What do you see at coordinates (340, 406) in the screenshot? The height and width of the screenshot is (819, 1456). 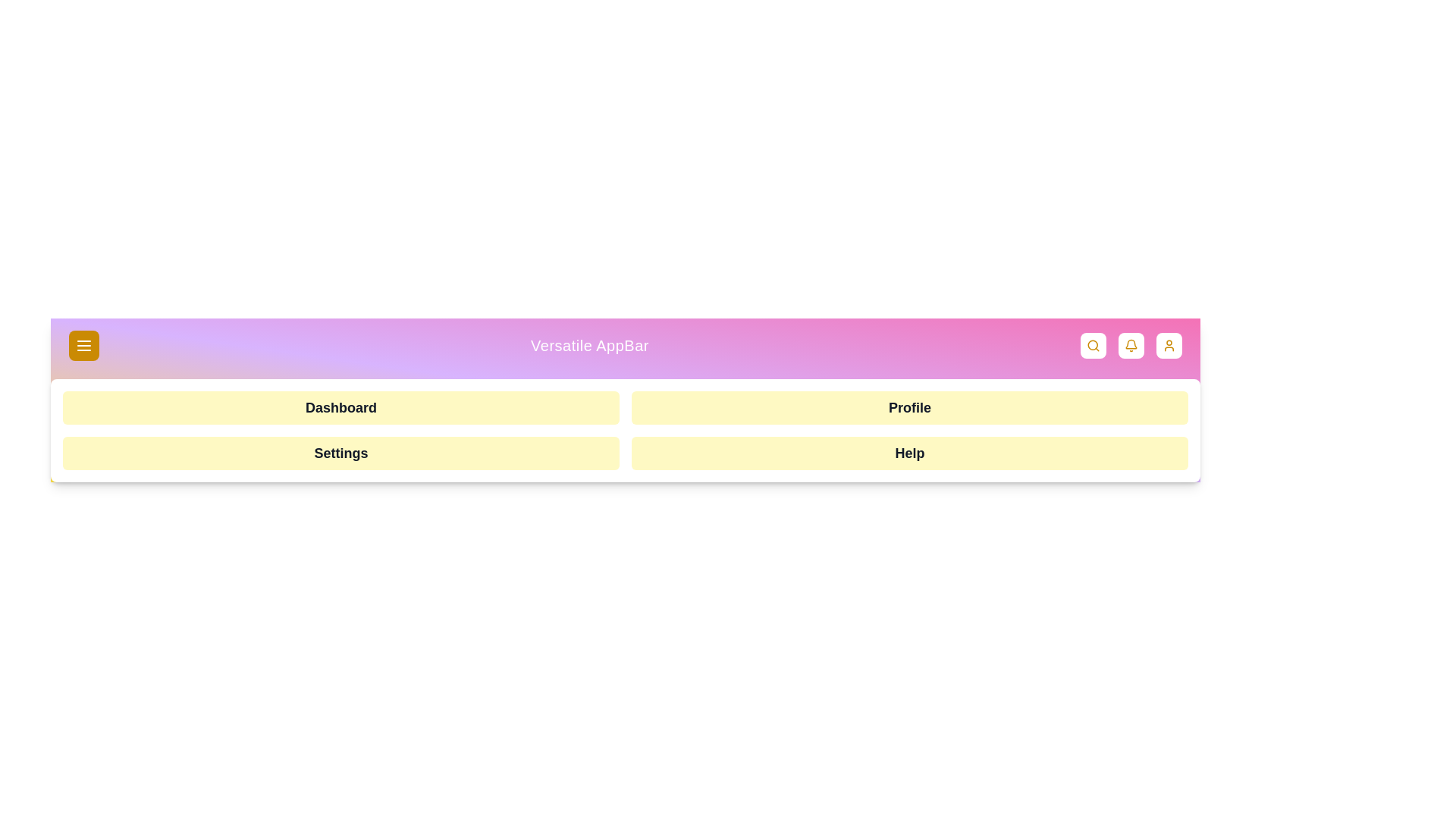 I see `the menu option Dashboard` at bounding box center [340, 406].